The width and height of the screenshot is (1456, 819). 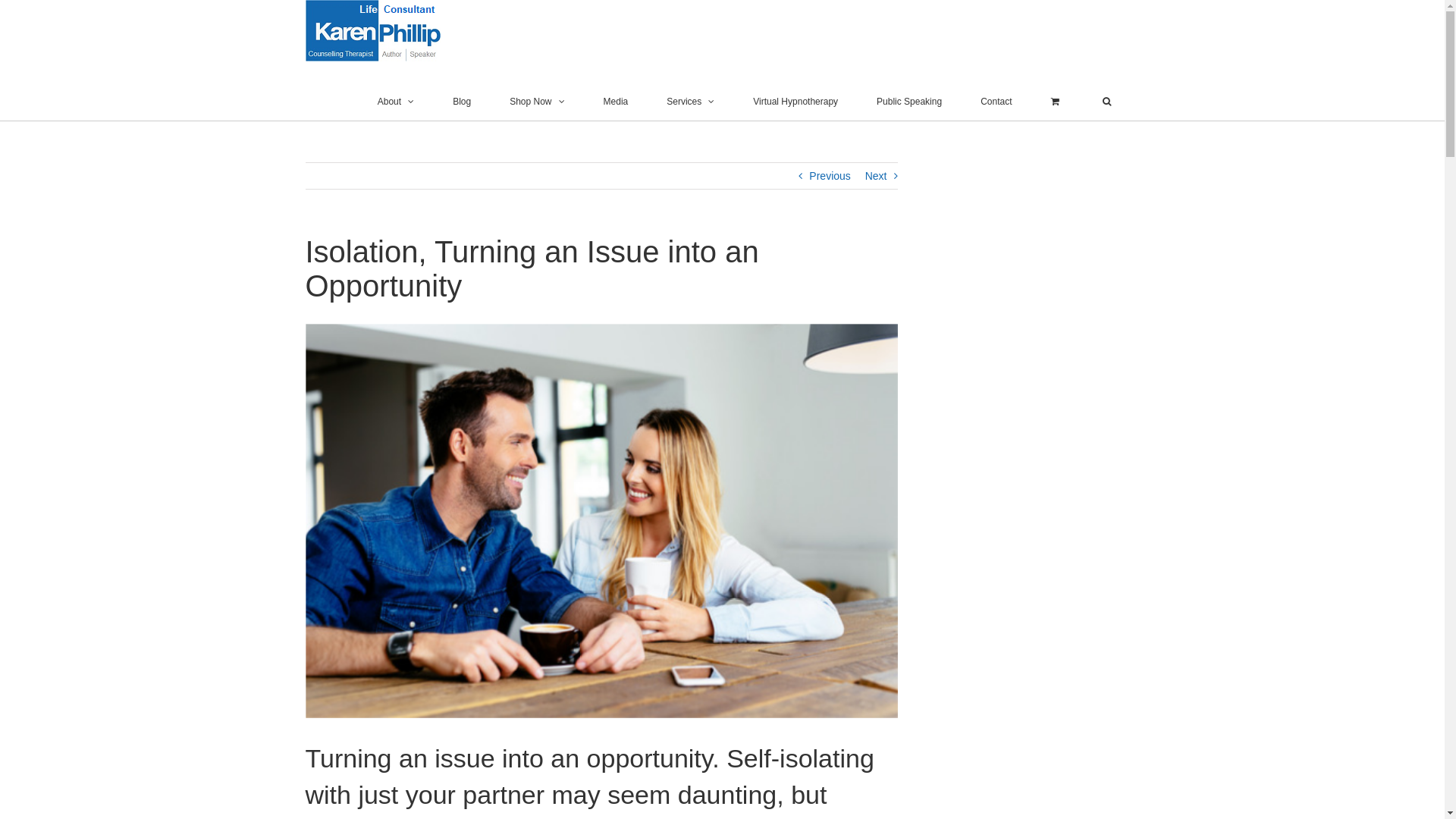 I want to click on 'Media', so click(x=616, y=102).